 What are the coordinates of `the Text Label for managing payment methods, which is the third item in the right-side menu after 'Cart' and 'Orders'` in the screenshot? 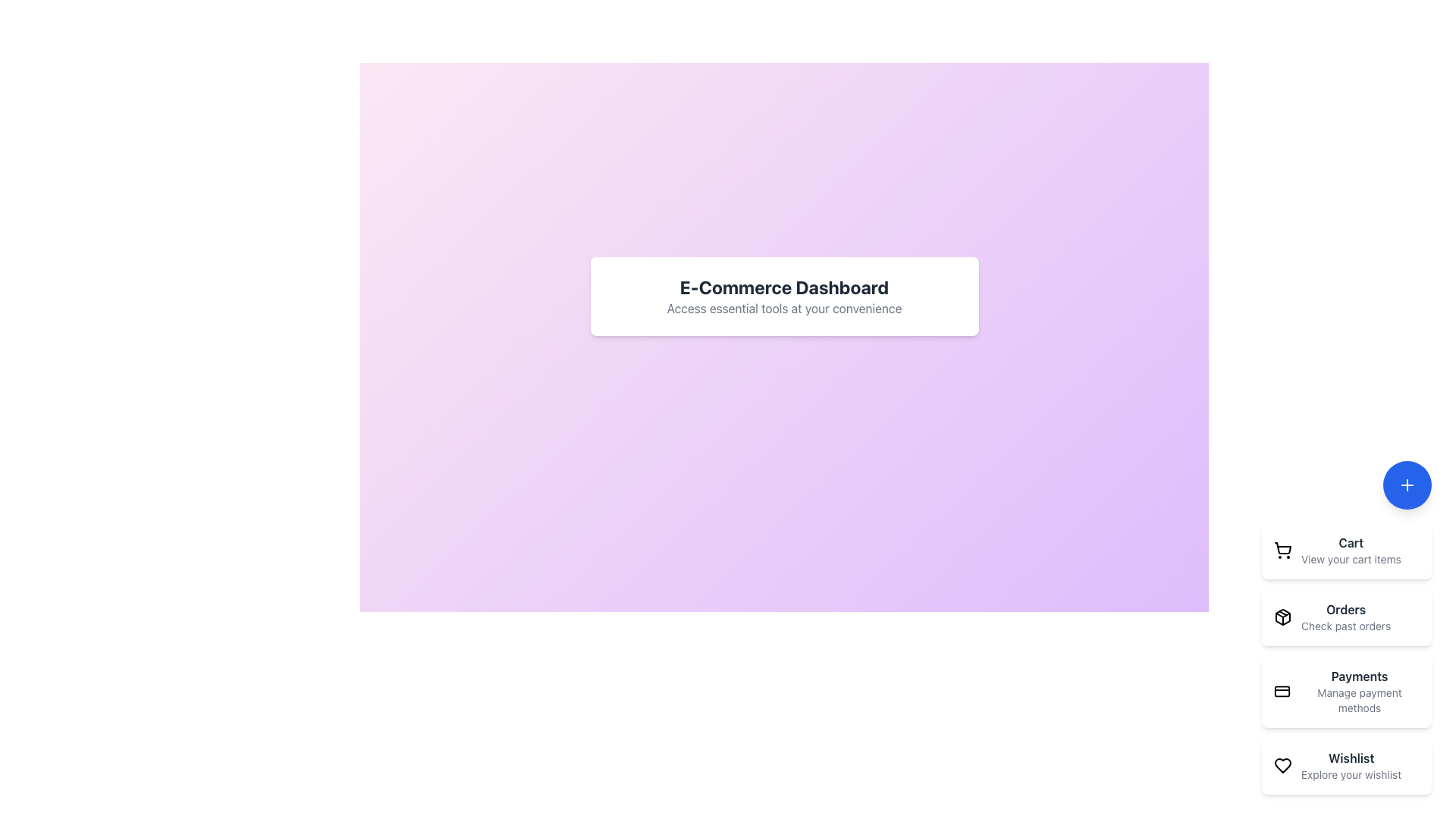 It's located at (1360, 691).